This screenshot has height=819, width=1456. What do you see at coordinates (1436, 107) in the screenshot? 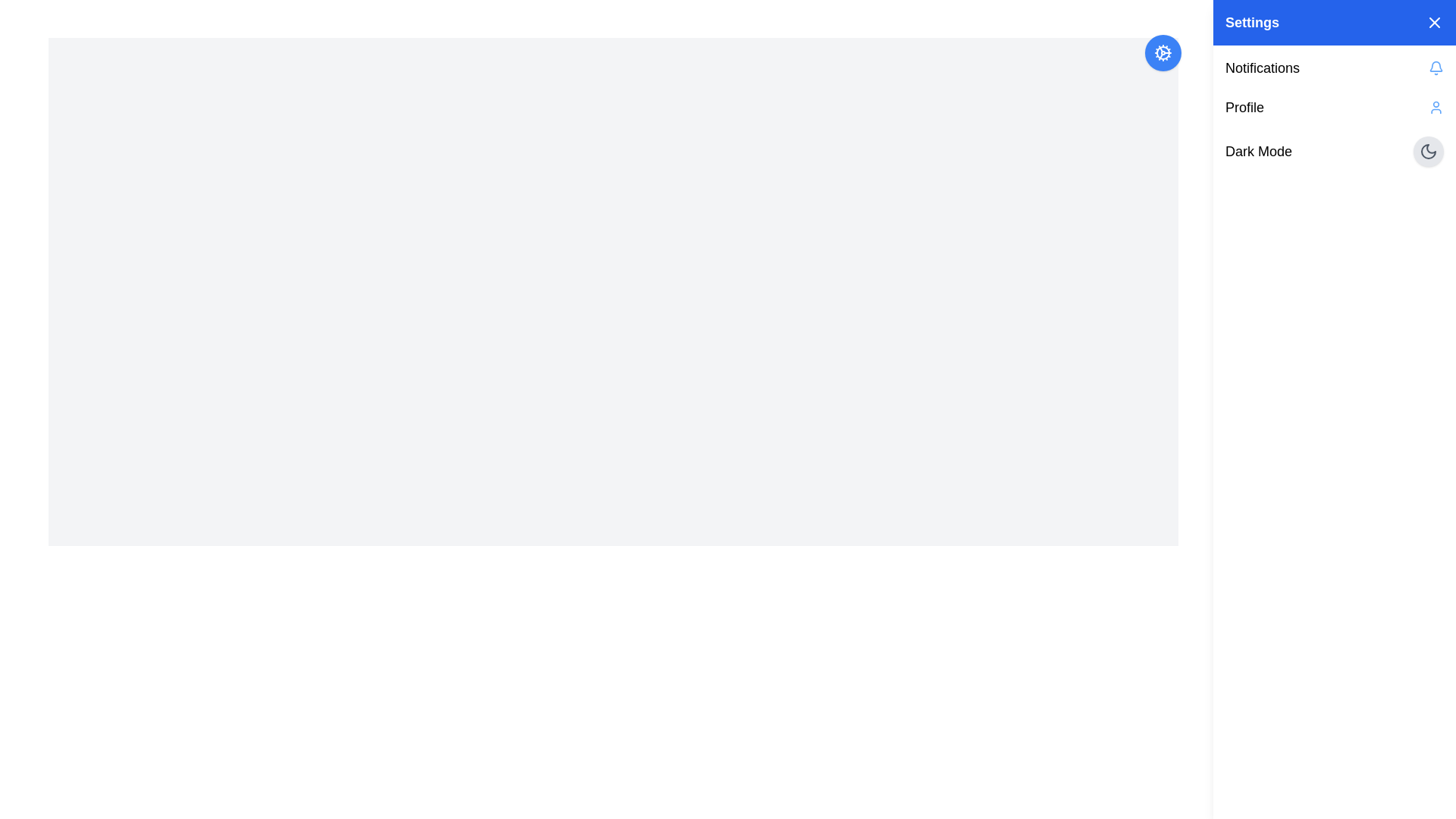
I see `the user avatar icon, which is a minimalistic outline with blue accents, located on the far-right side of the settings panel, aligned with the text 'Profile'` at bounding box center [1436, 107].